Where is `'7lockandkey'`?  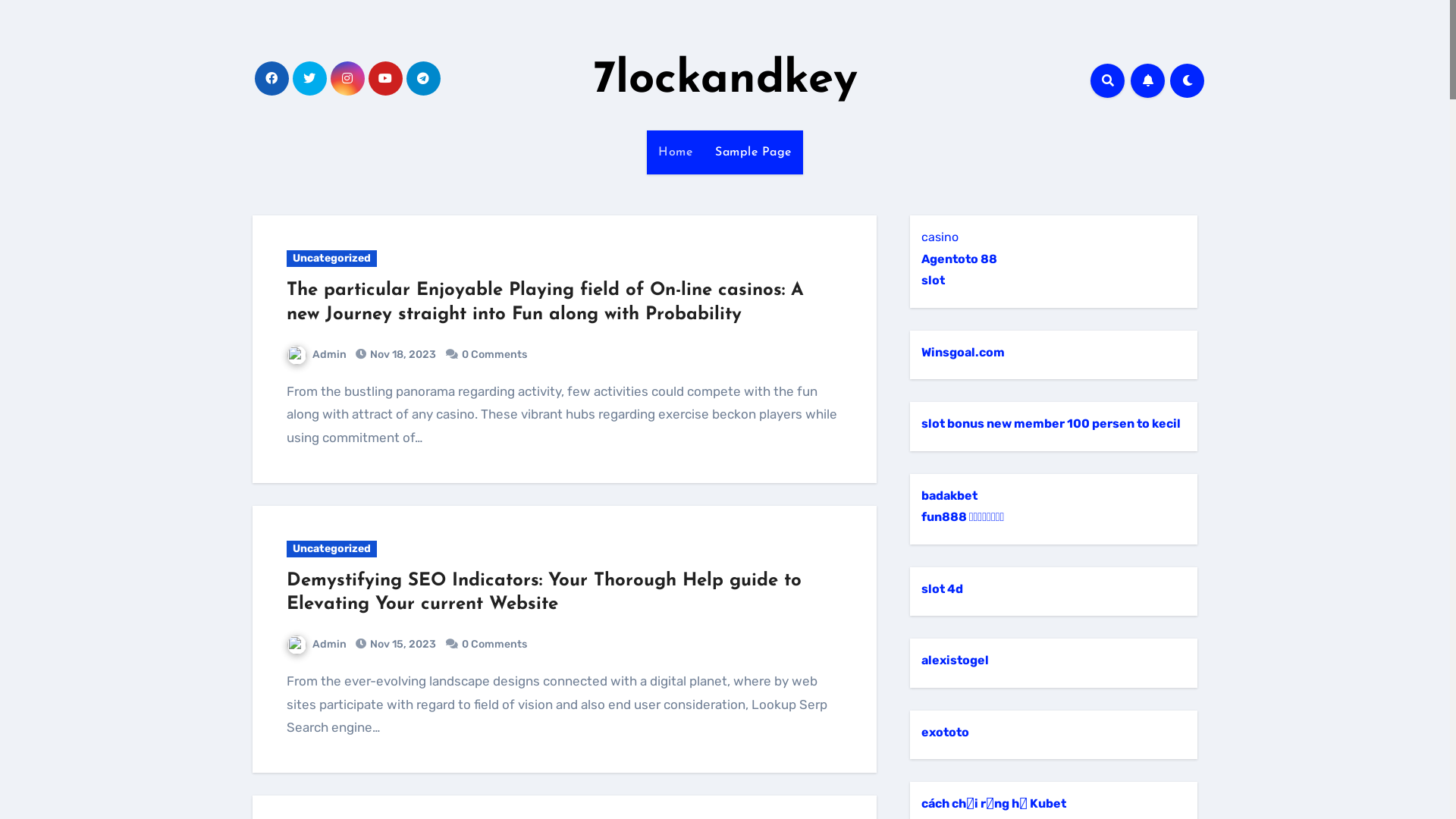 '7lockandkey' is located at coordinates (724, 80).